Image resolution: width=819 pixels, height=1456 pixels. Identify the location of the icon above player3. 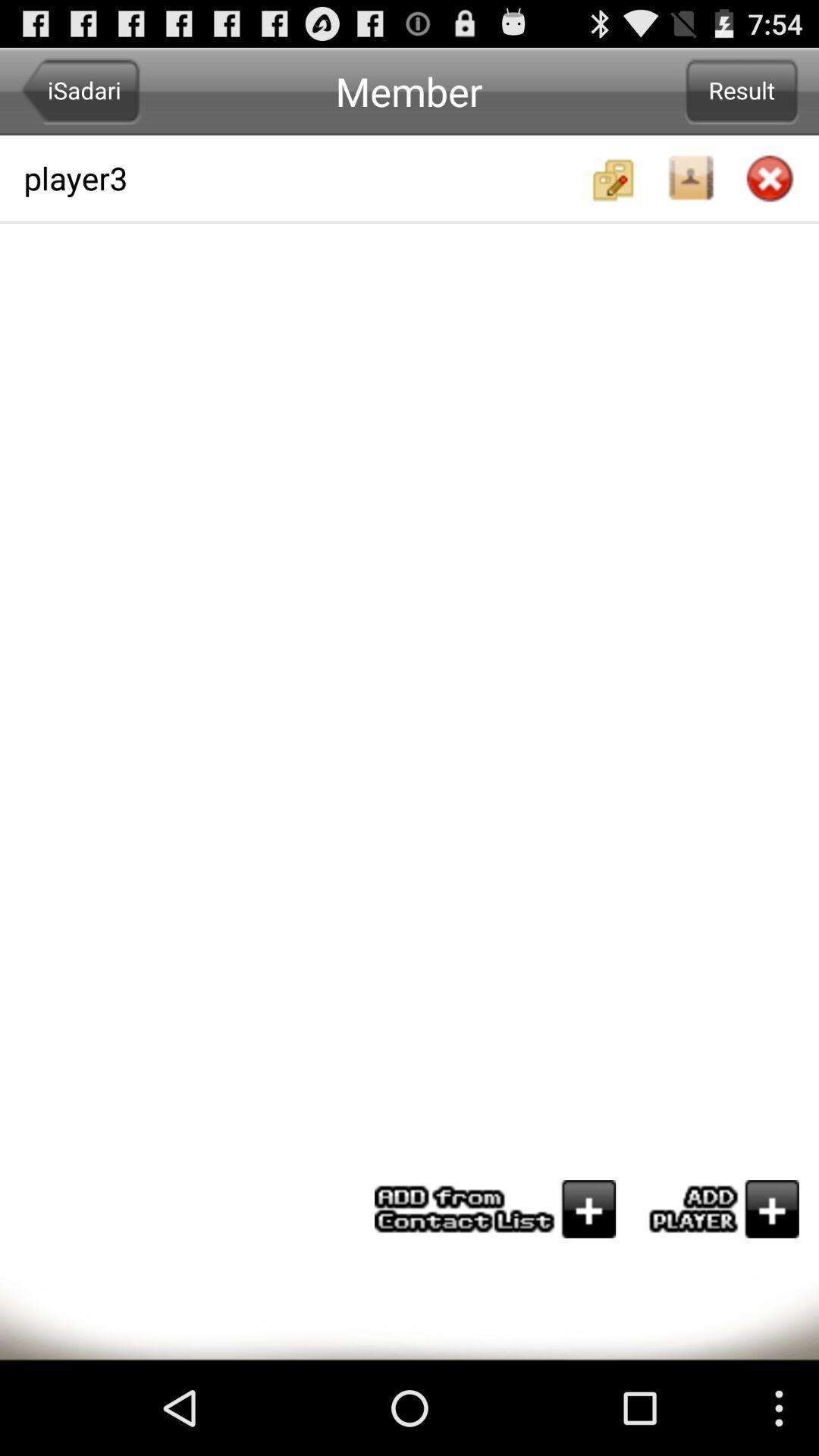
(80, 90).